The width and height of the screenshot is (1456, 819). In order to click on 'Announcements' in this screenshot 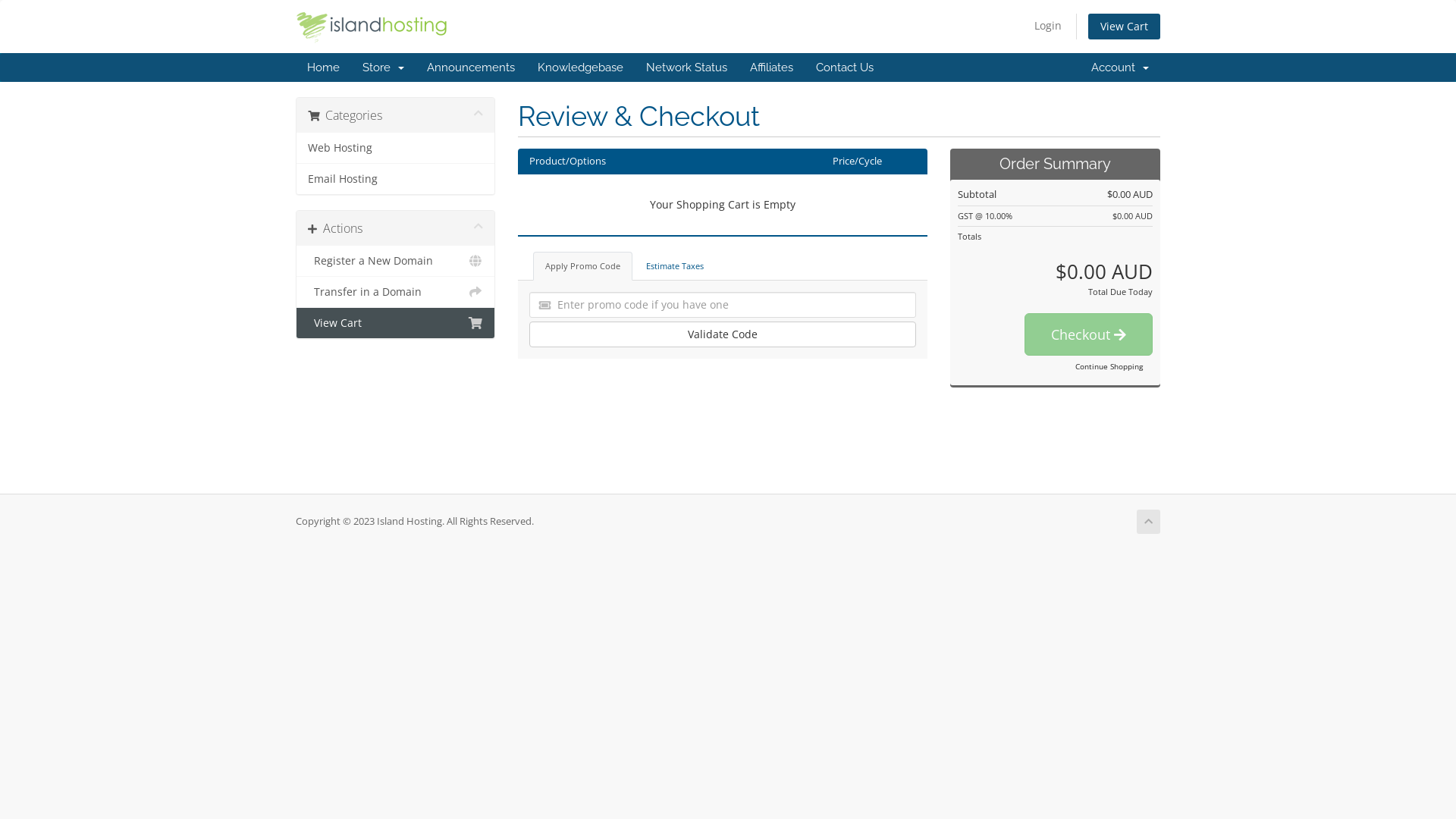, I will do `click(469, 66)`.